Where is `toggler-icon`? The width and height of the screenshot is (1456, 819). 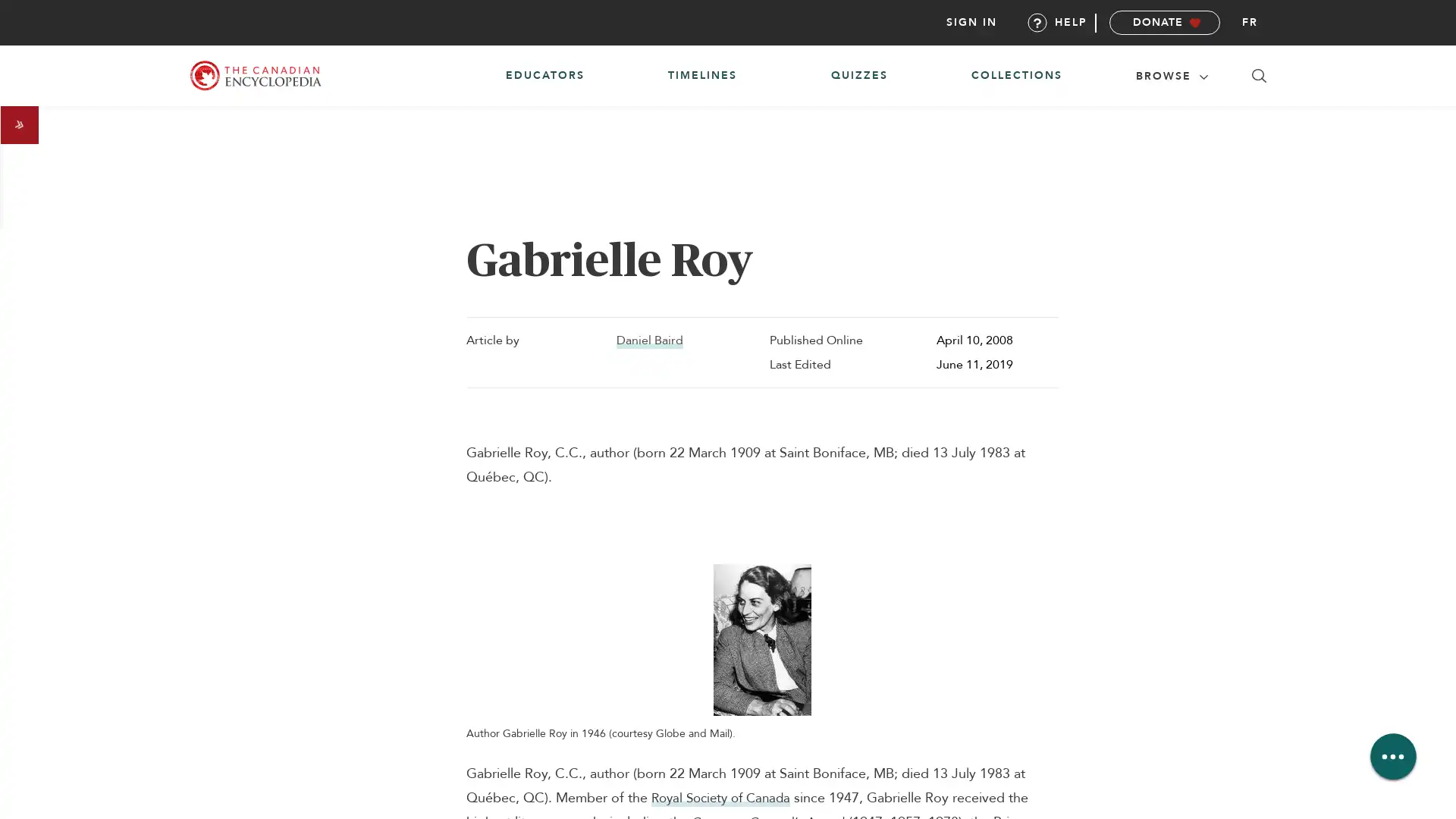
toggler-icon is located at coordinates (1202, 75).